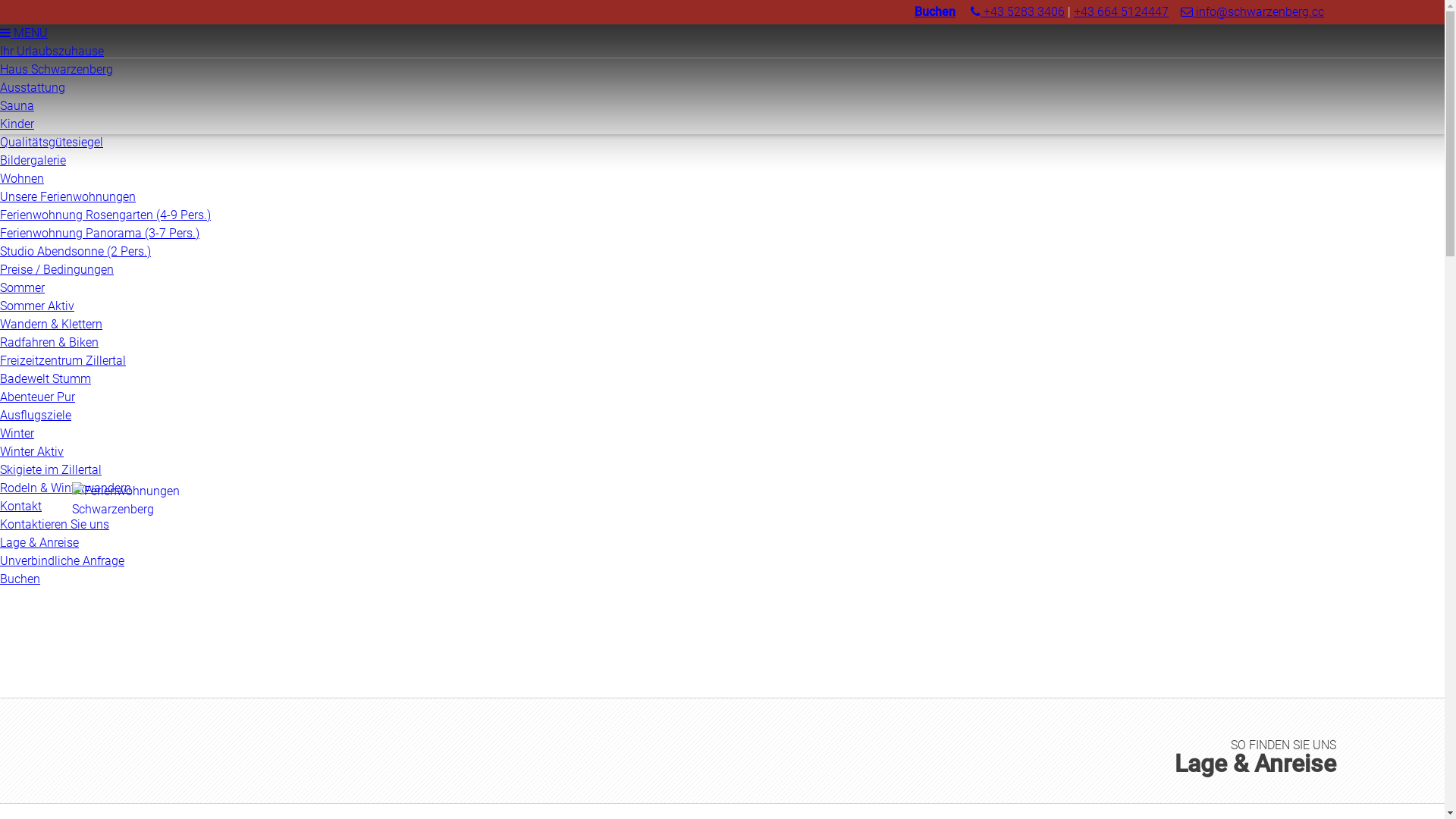 This screenshot has width=1456, height=819. Describe the element at coordinates (1121, 11) in the screenshot. I see `'+43 664 5124447'` at that location.